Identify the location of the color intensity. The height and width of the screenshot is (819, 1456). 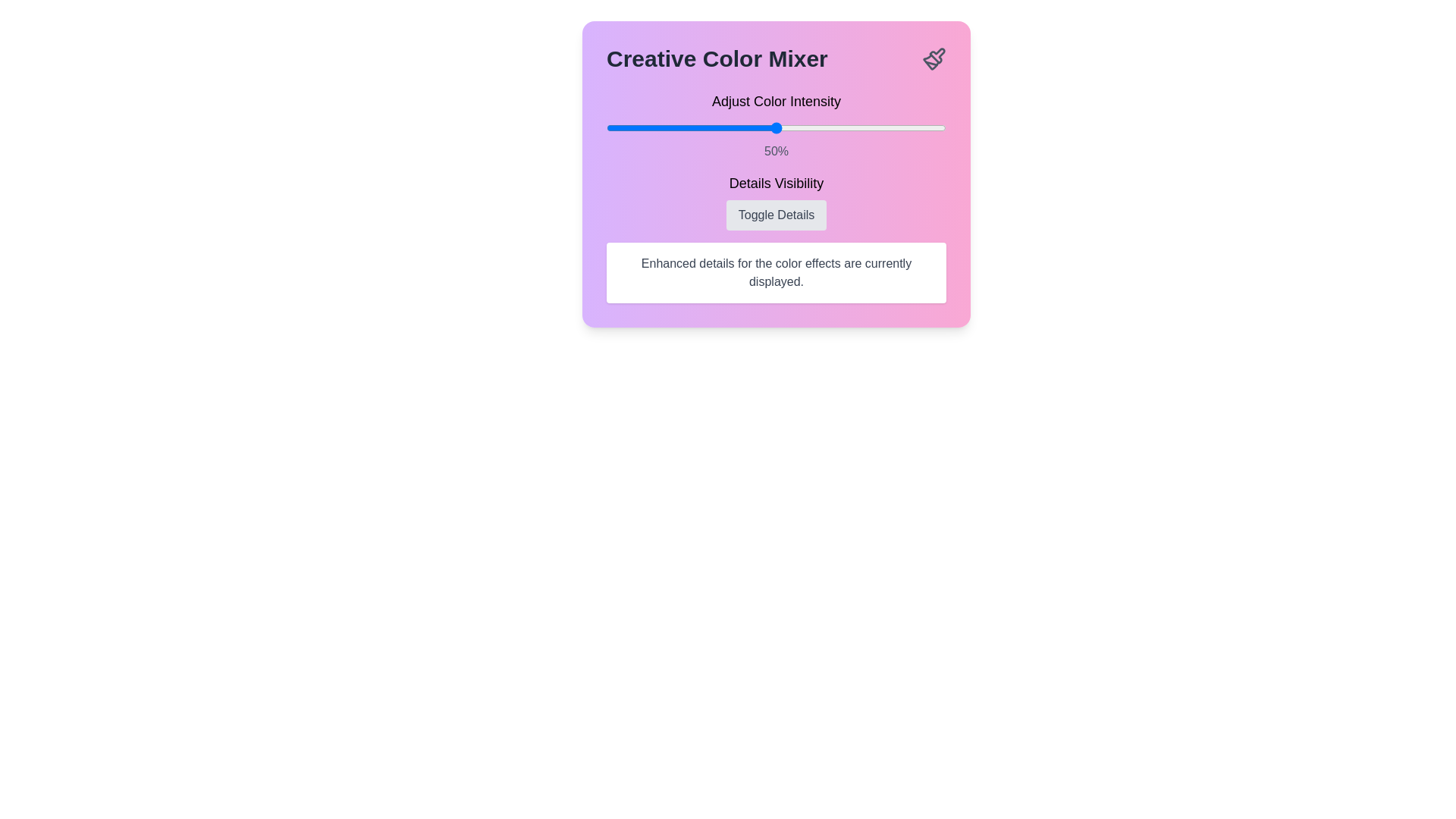
(792, 127).